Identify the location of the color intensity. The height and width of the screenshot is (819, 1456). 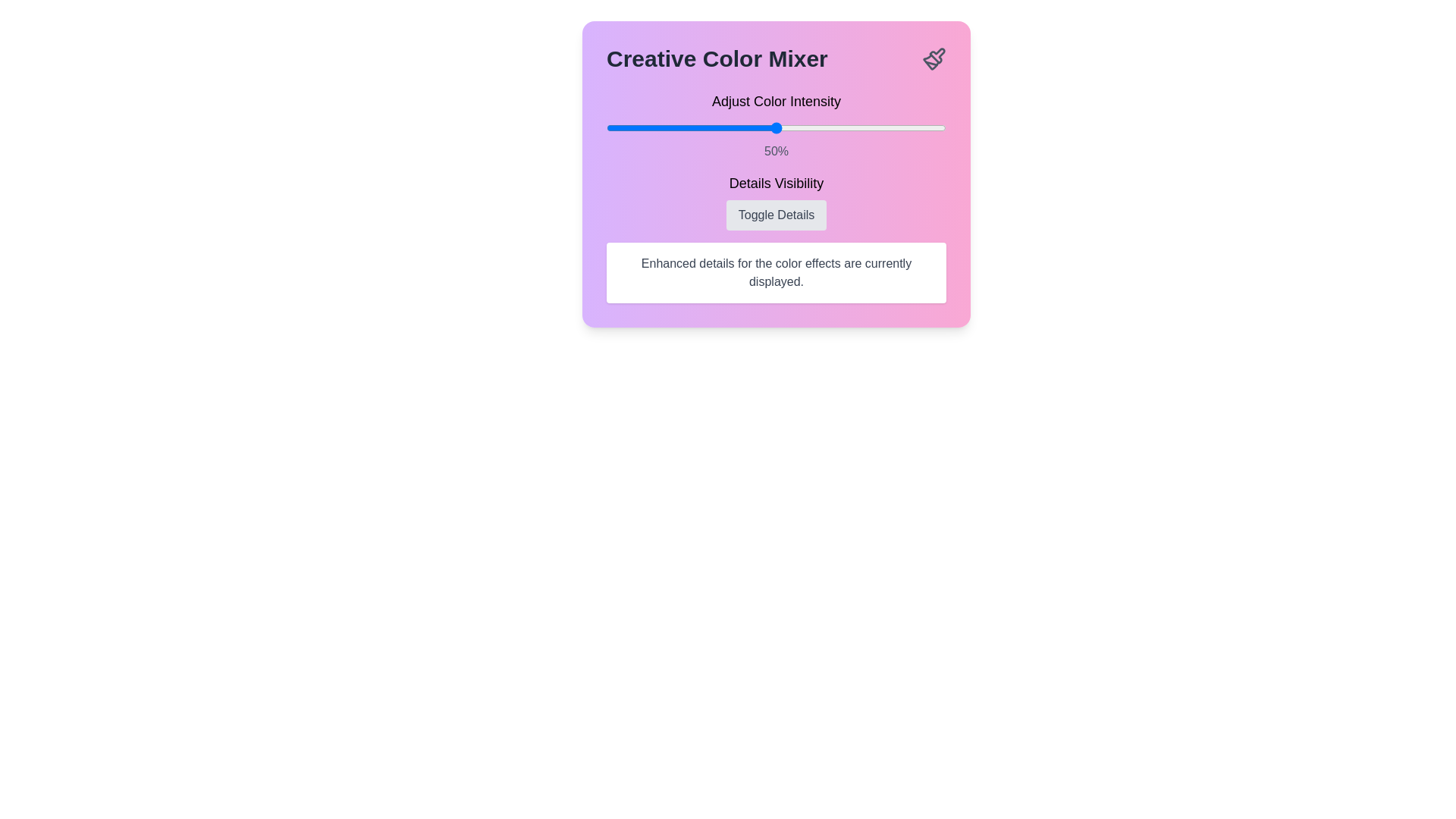
(792, 127).